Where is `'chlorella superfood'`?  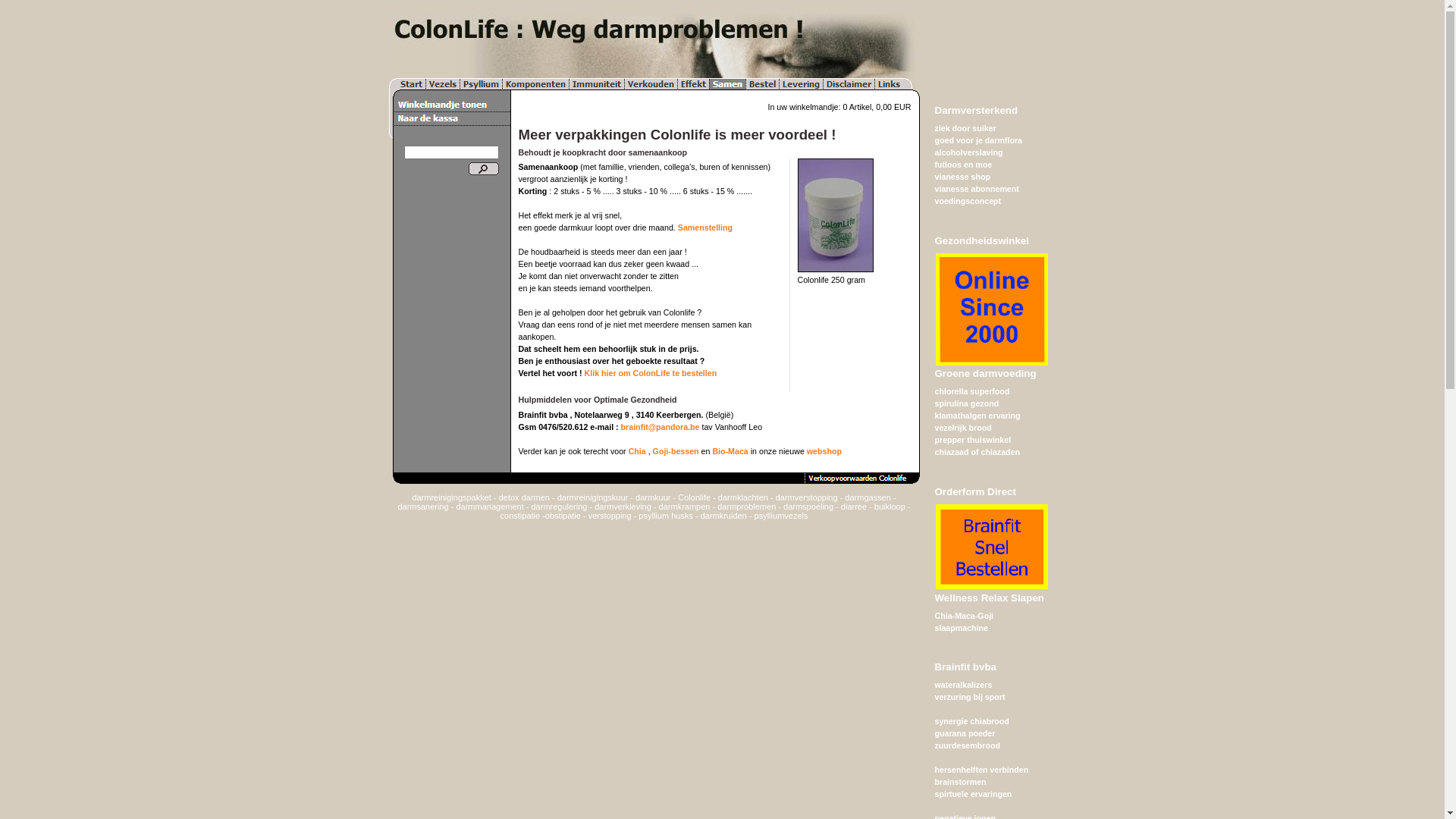 'chlorella superfood' is located at coordinates (934, 391).